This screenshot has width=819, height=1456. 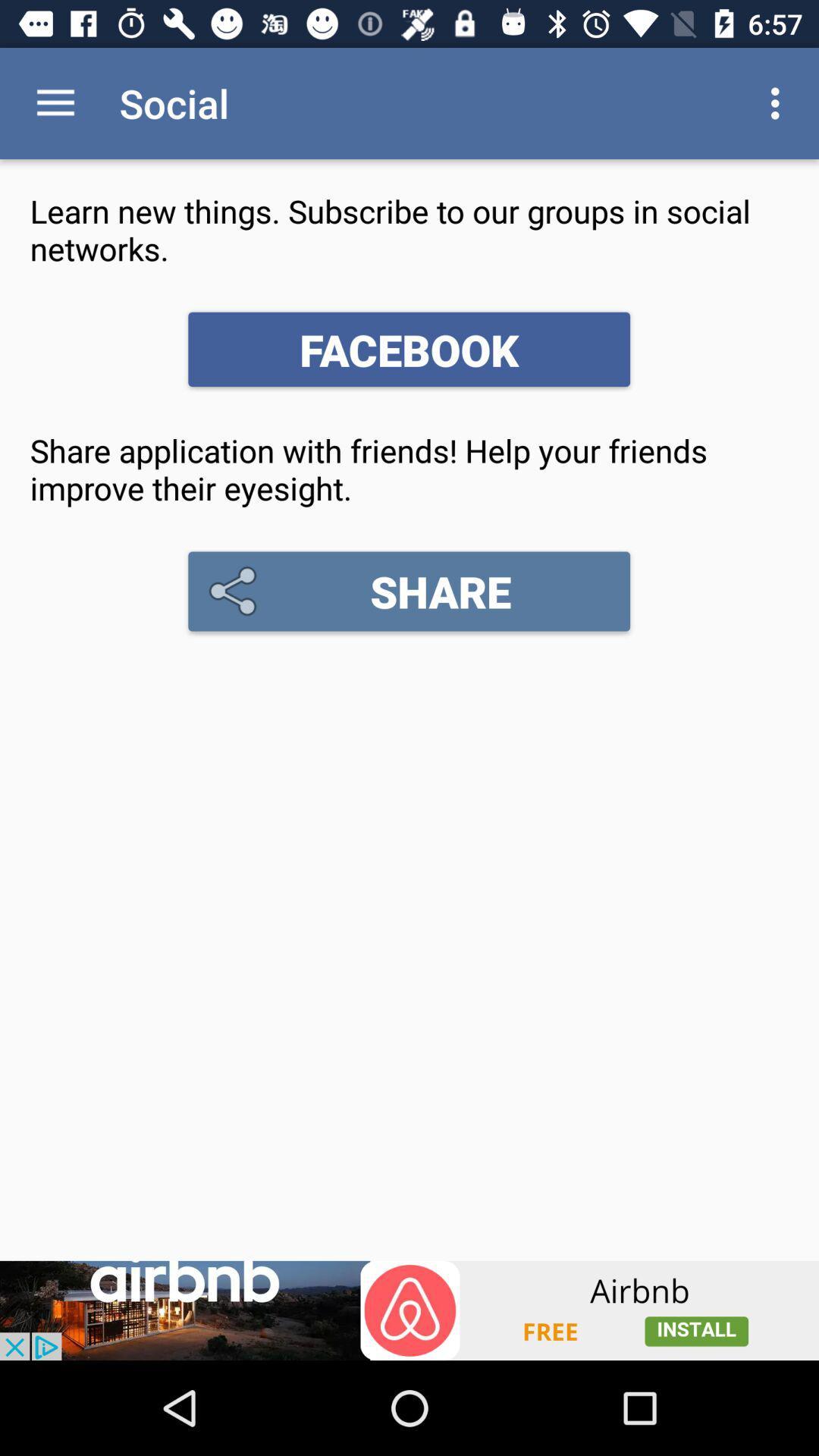 I want to click on view advertisement, so click(x=409, y=1310).